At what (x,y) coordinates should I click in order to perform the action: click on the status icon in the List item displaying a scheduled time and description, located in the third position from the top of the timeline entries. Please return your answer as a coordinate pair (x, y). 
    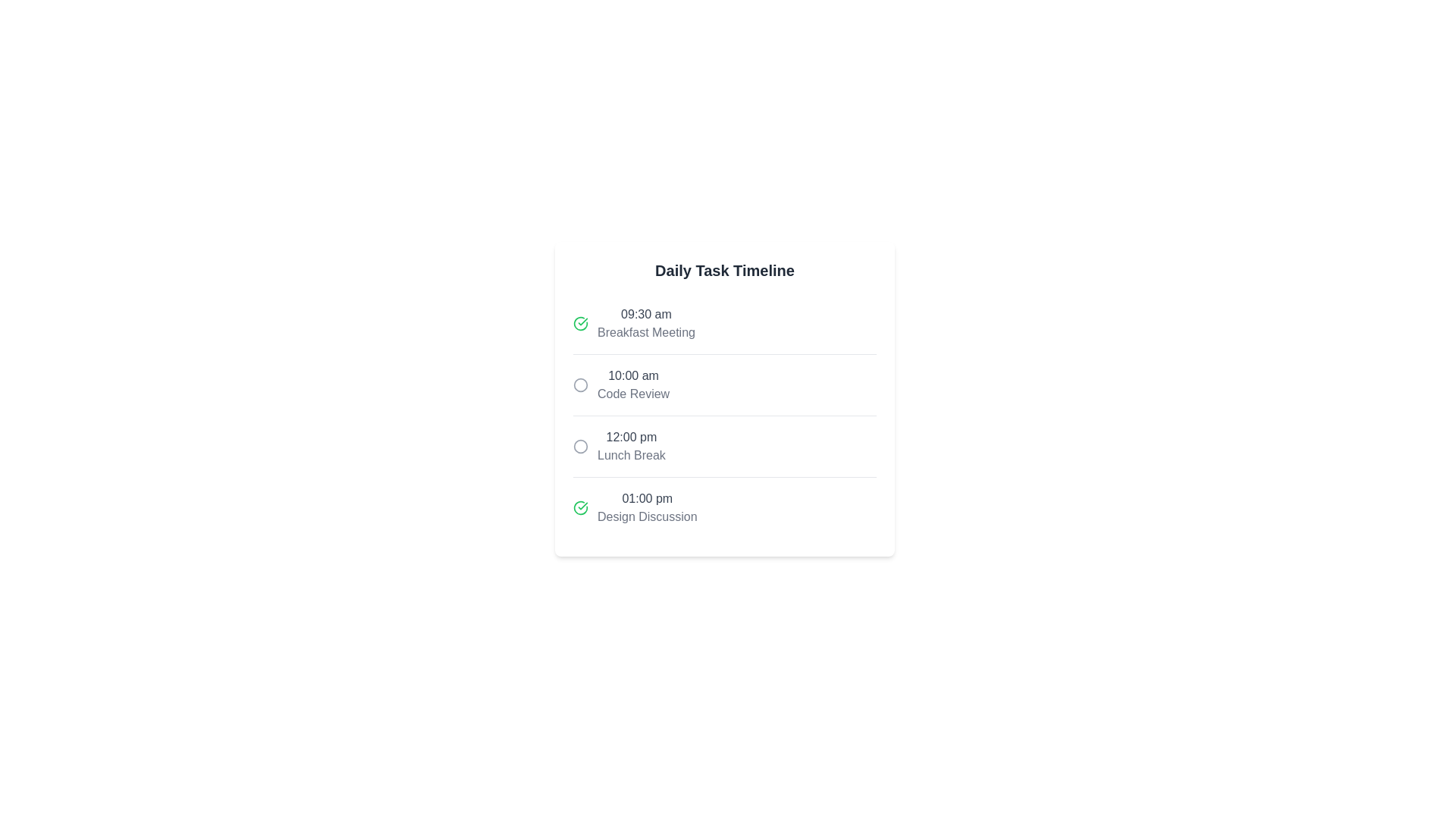
    Looking at the image, I should click on (723, 445).